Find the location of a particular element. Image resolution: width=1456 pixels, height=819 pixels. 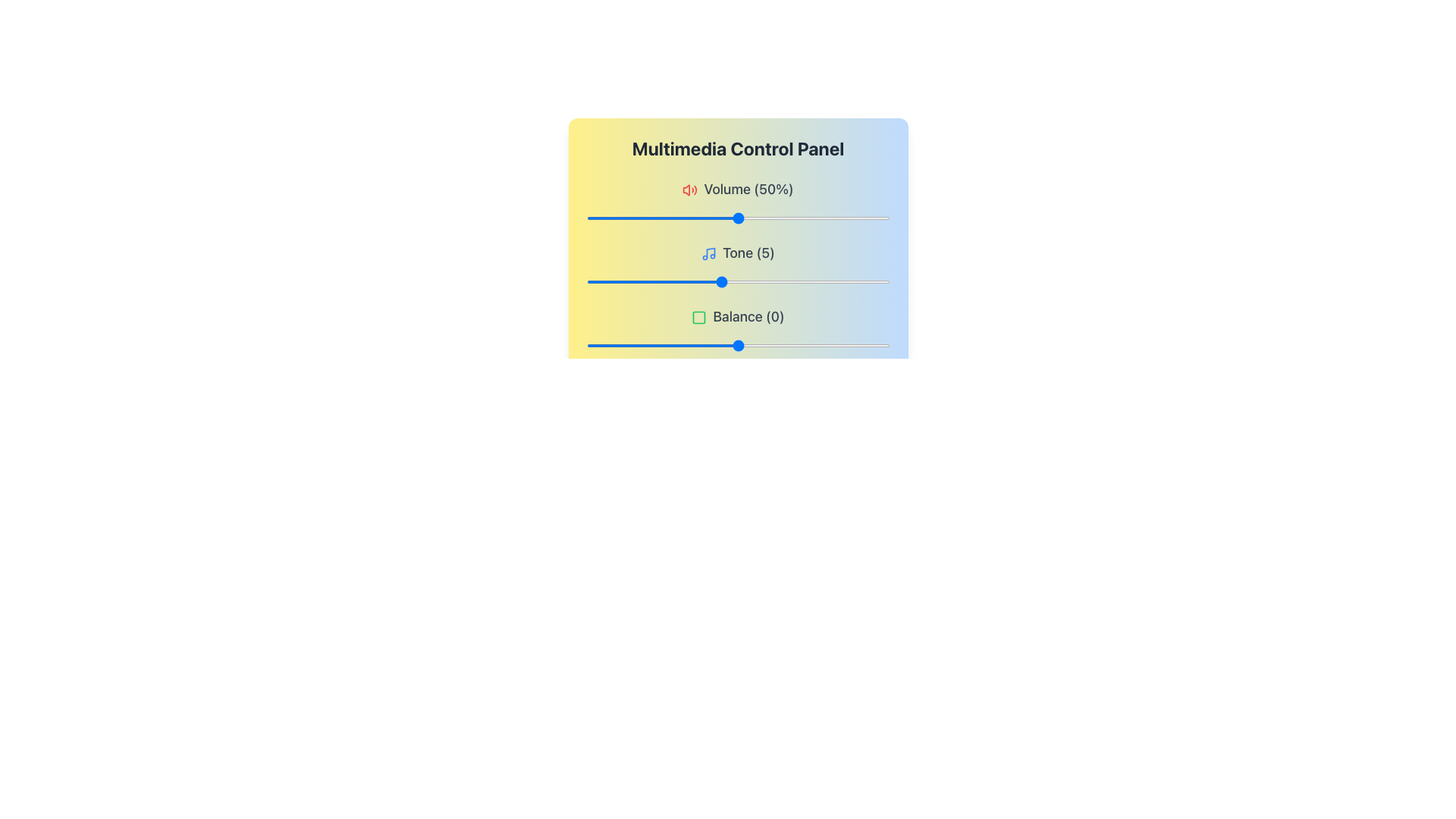

the range slider located in the 'Balance (0)' section to potentially display additional information is located at coordinates (738, 345).